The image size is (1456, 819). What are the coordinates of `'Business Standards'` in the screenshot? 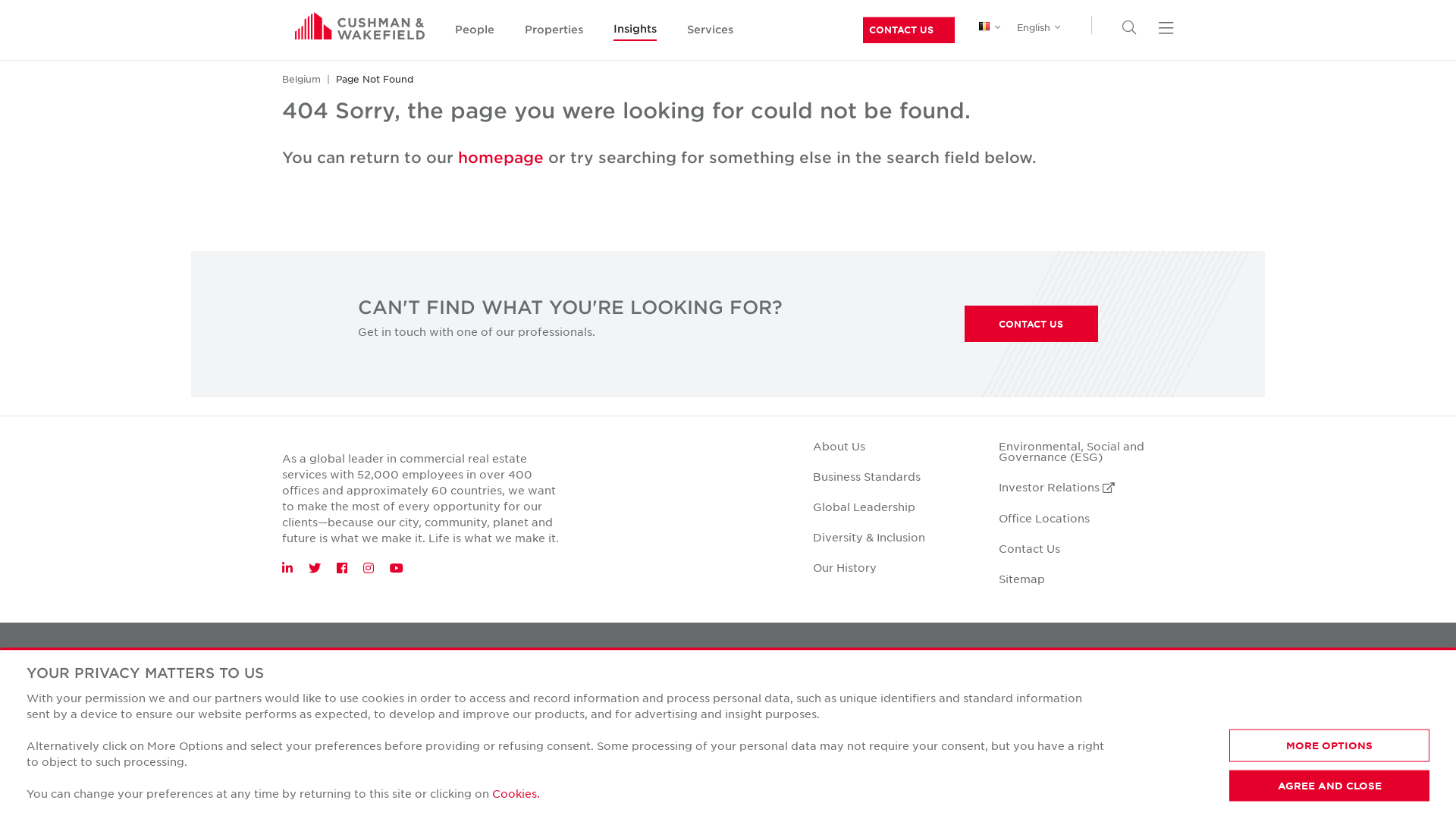 It's located at (811, 475).